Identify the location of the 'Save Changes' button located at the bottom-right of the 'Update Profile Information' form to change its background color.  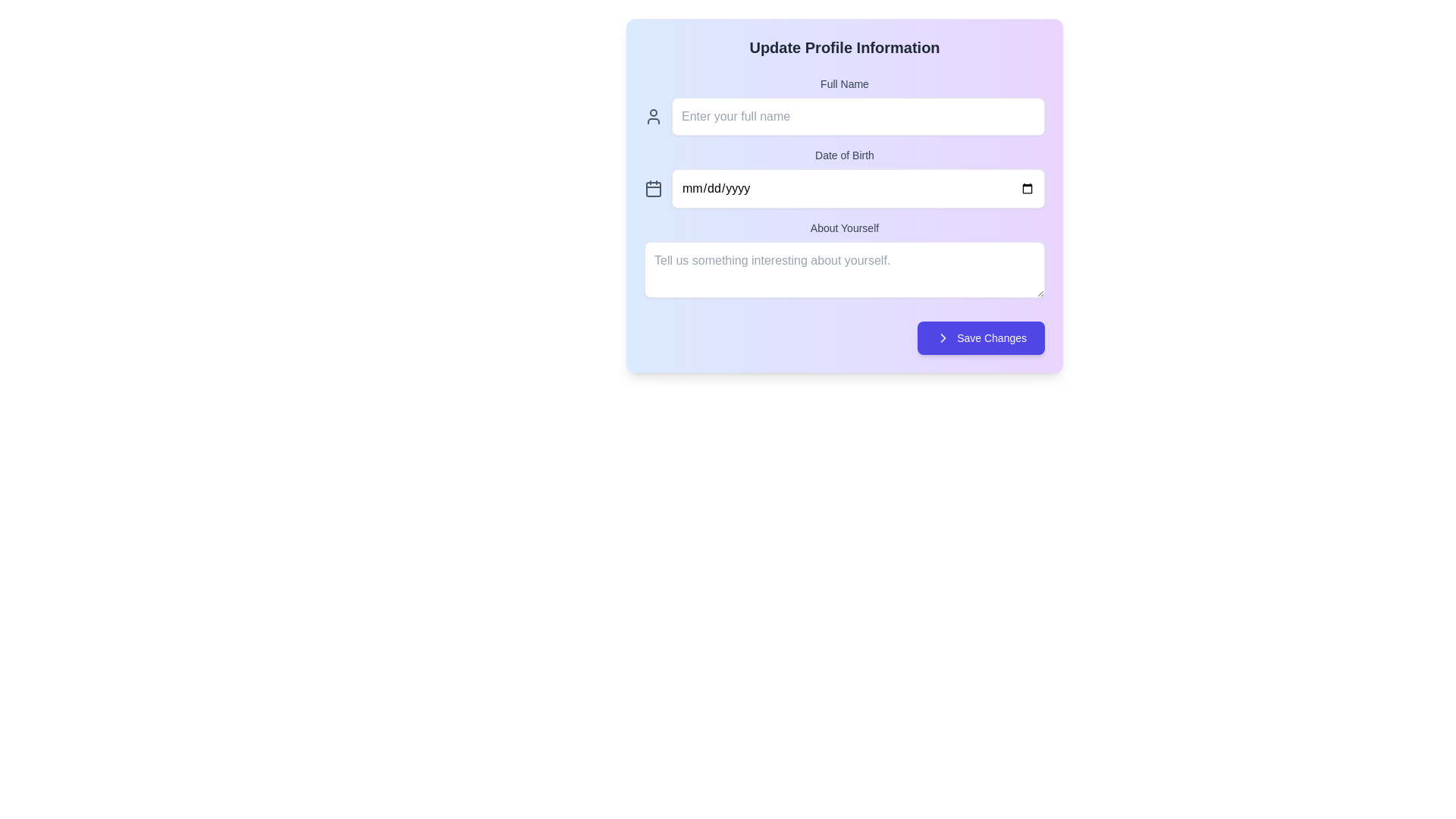
(981, 337).